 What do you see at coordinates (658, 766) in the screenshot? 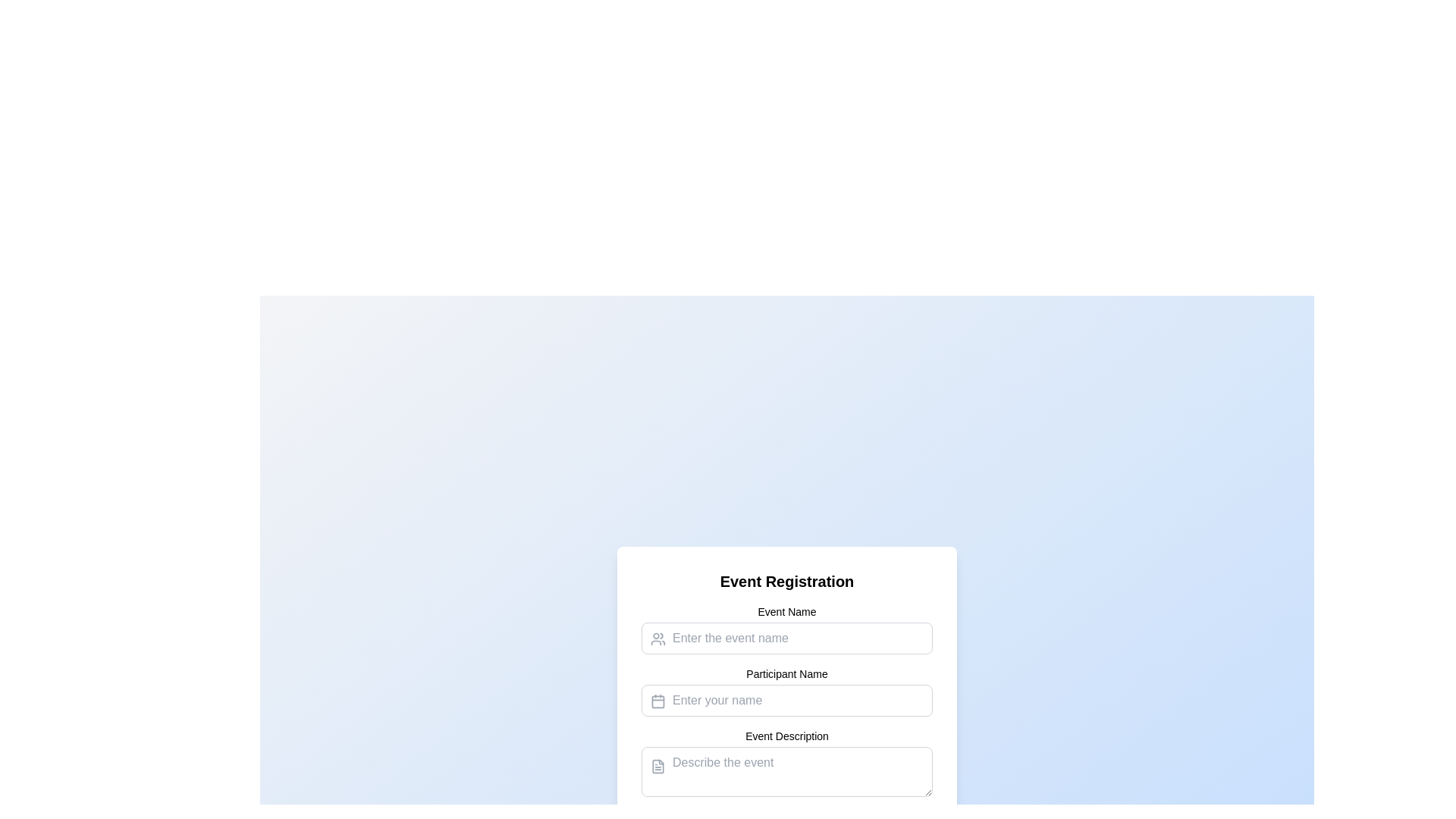
I see `the document icon located to the left of the 'Event Description' text input field in the 'Event Registration' form` at bounding box center [658, 766].